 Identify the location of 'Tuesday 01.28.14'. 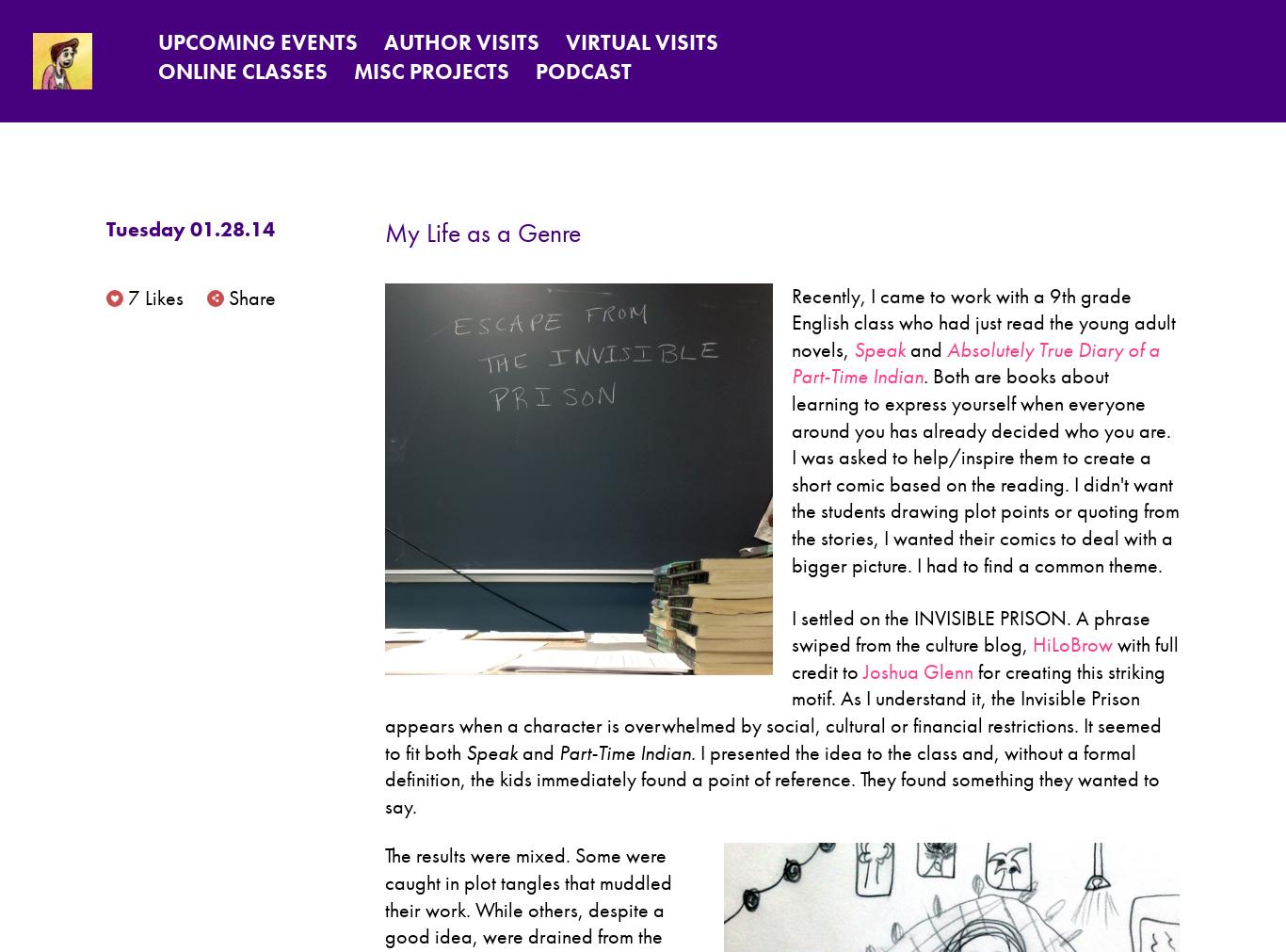
(189, 229).